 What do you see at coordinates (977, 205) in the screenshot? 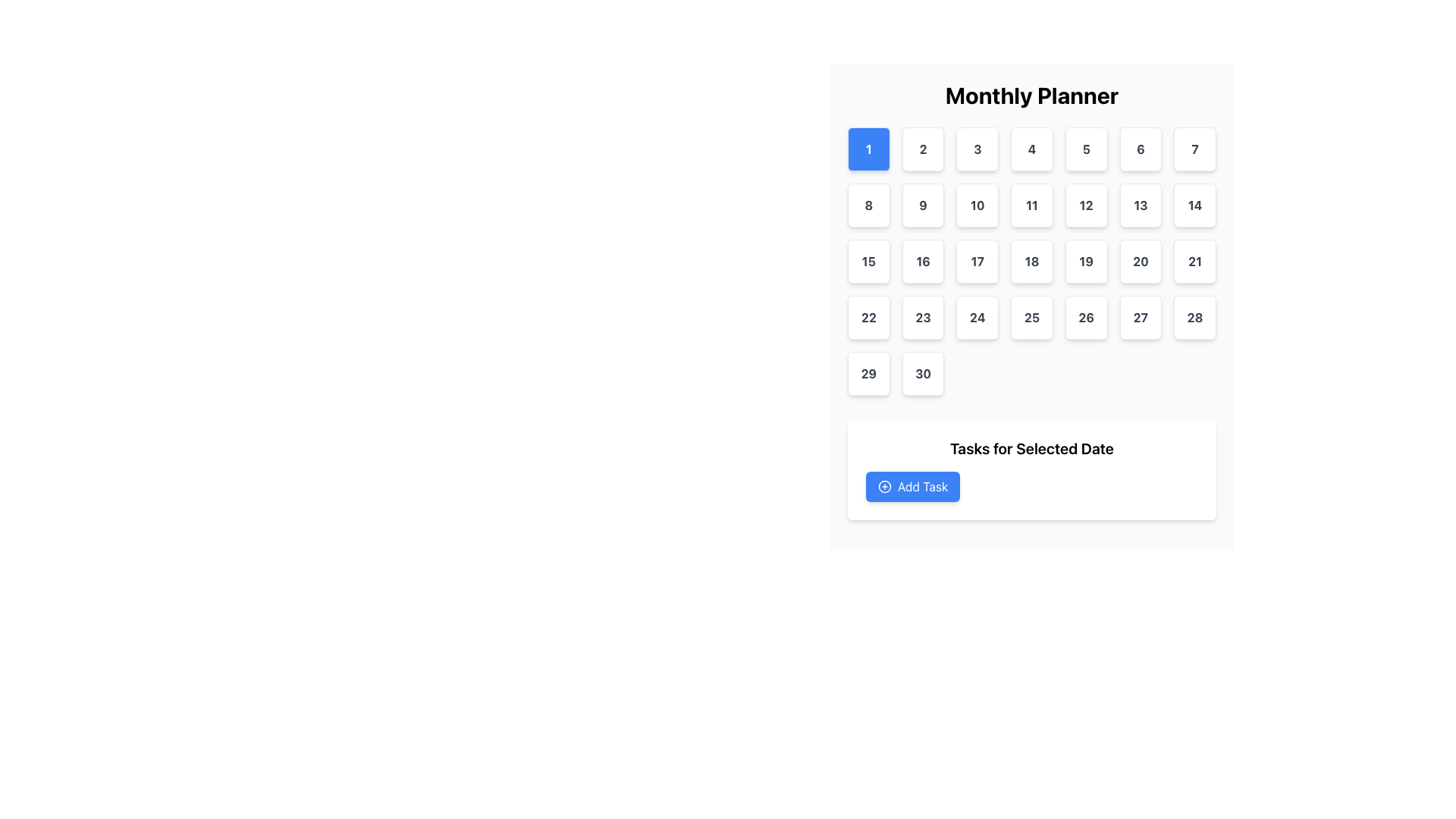
I see `the square button with rounded corners displaying the number '10' in a calendar grid layout` at bounding box center [977, 205].